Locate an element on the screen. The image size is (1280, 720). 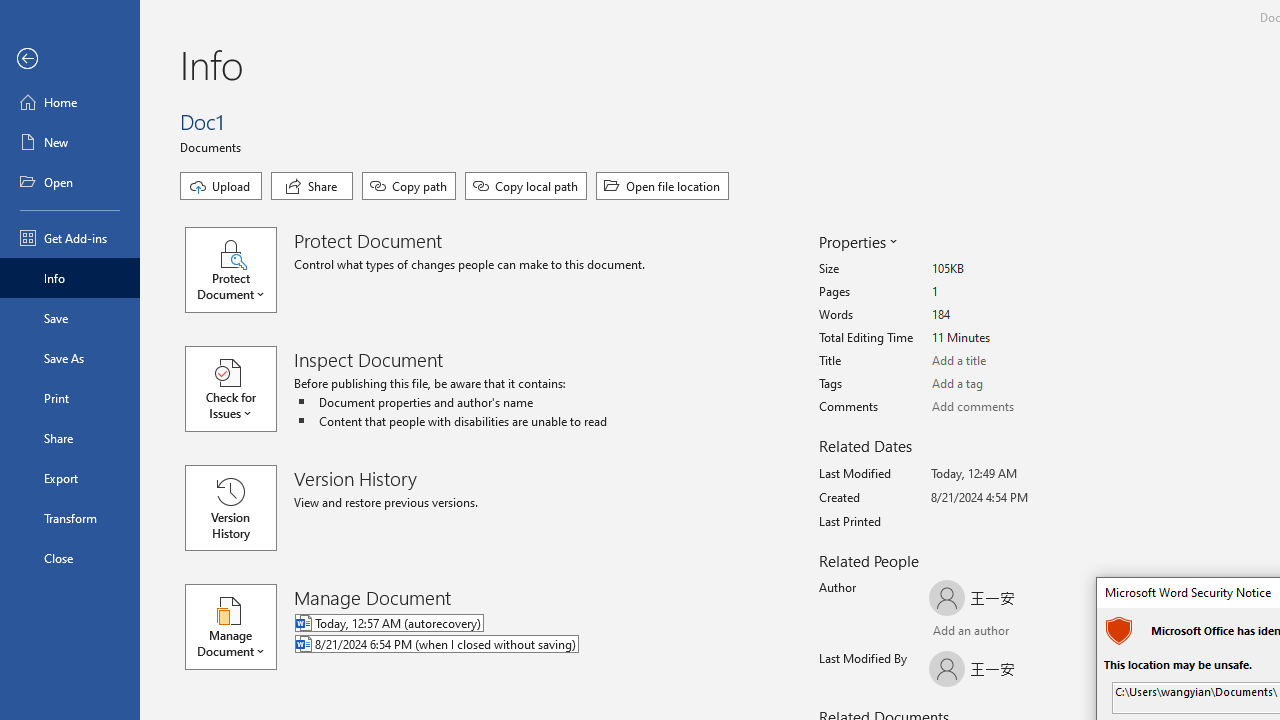
'Check for Issues' is located at coordinates (240, 389).